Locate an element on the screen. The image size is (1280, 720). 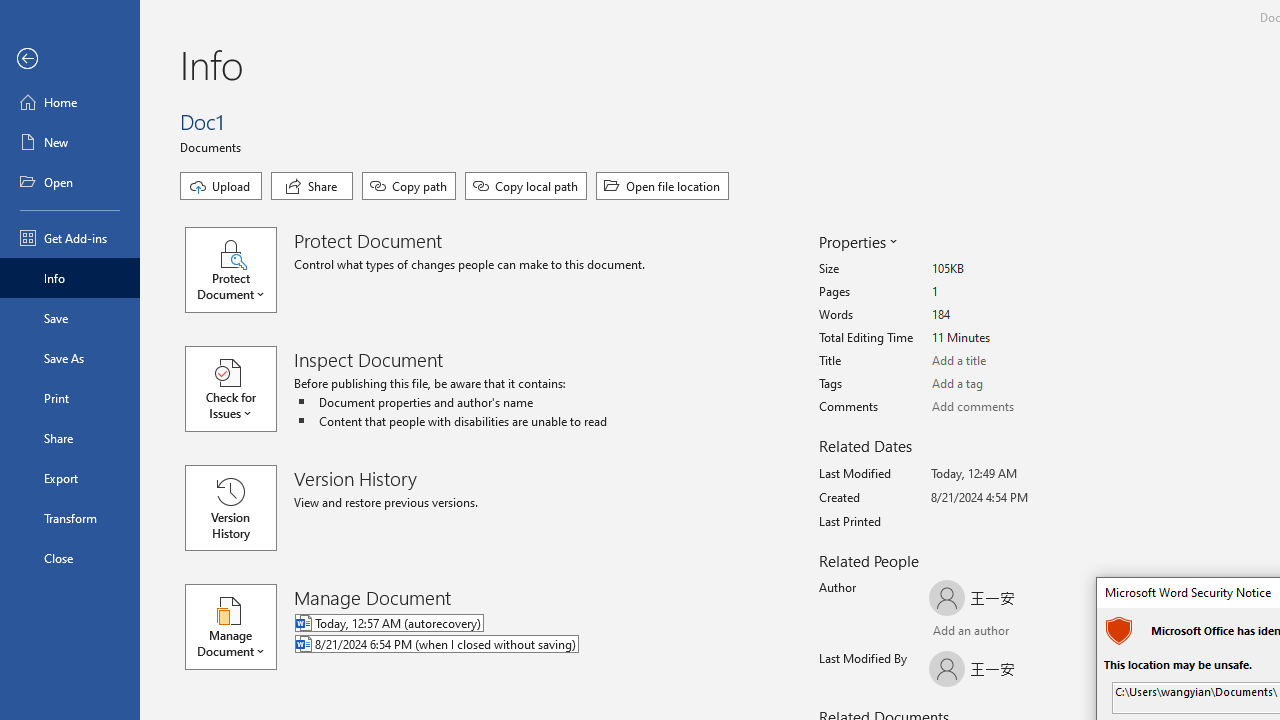
'Check for Issues' is located at coordinates (240, 389).